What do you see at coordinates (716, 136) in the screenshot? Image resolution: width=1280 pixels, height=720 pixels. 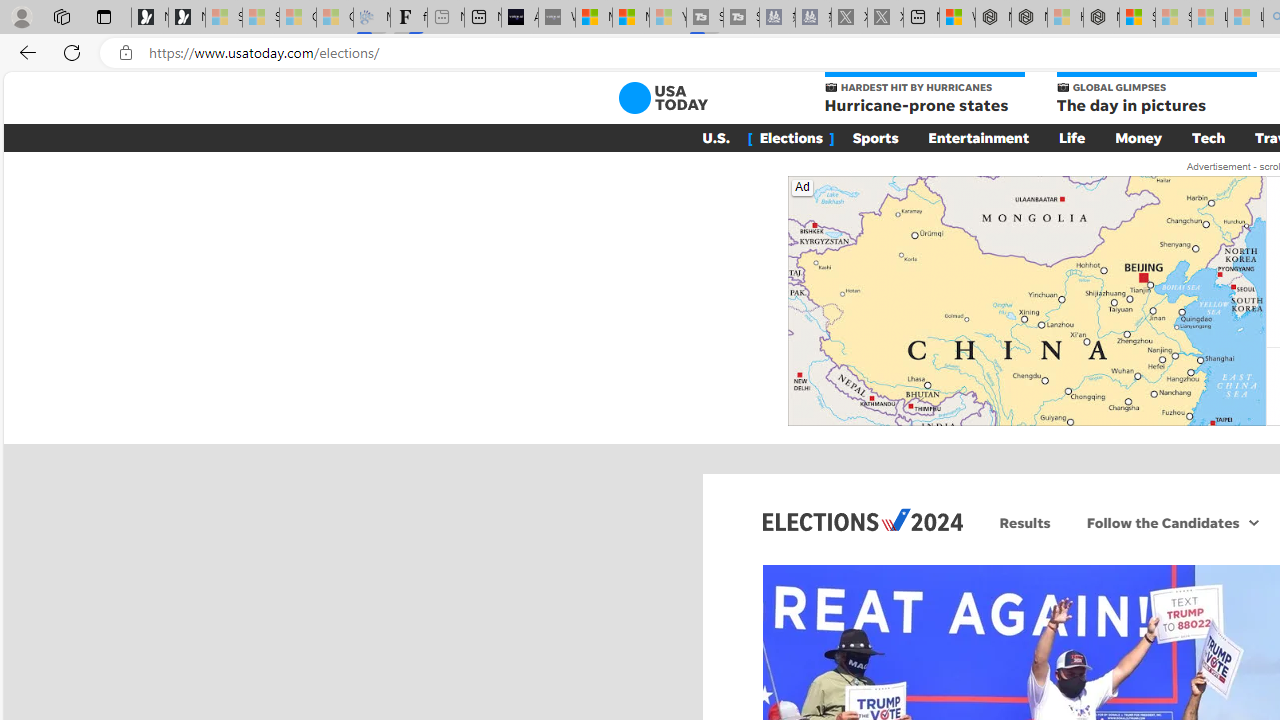 I see `'U.S.'` at bounding box center [716, 136].